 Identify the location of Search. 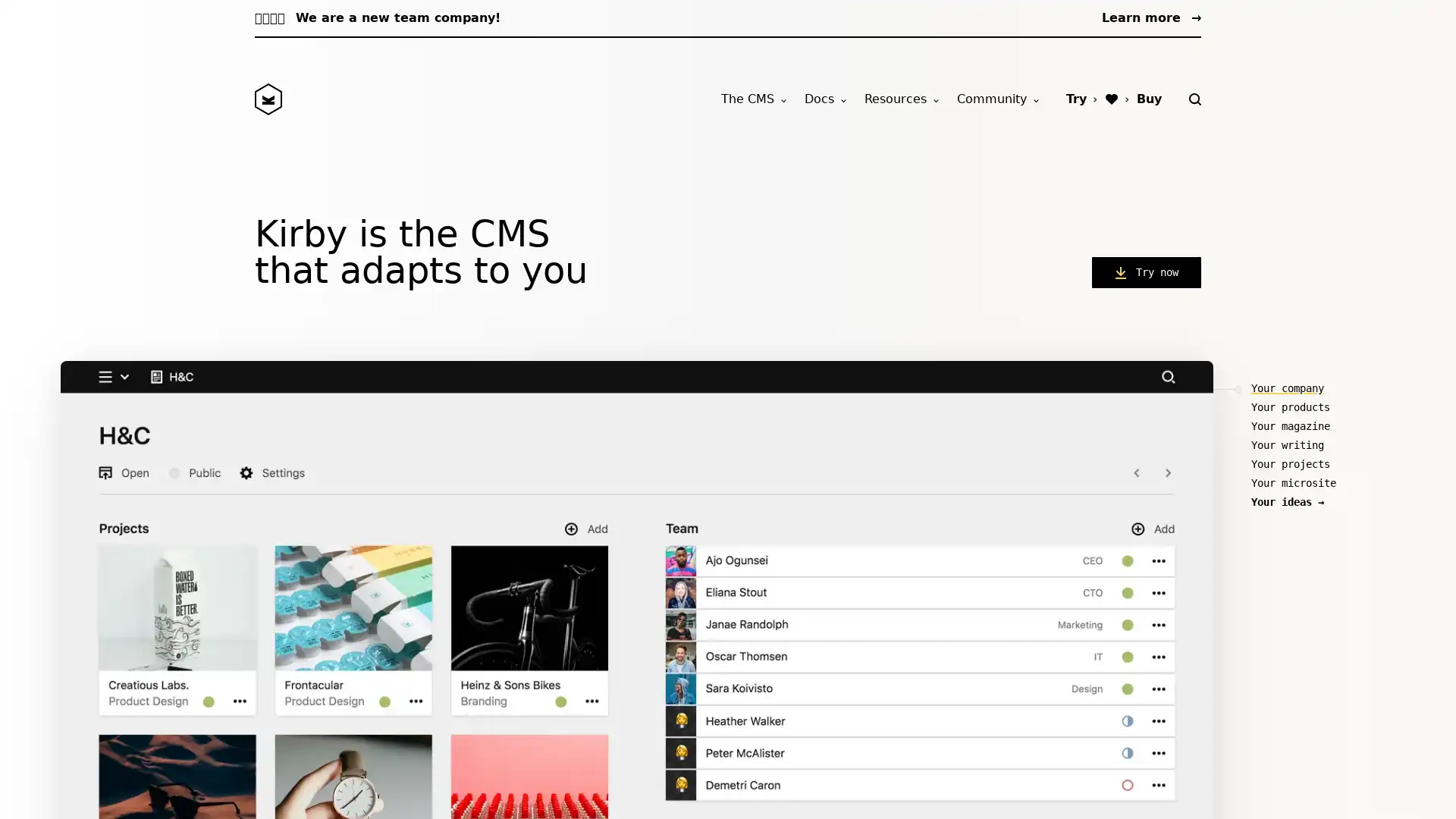
(1194, 99).